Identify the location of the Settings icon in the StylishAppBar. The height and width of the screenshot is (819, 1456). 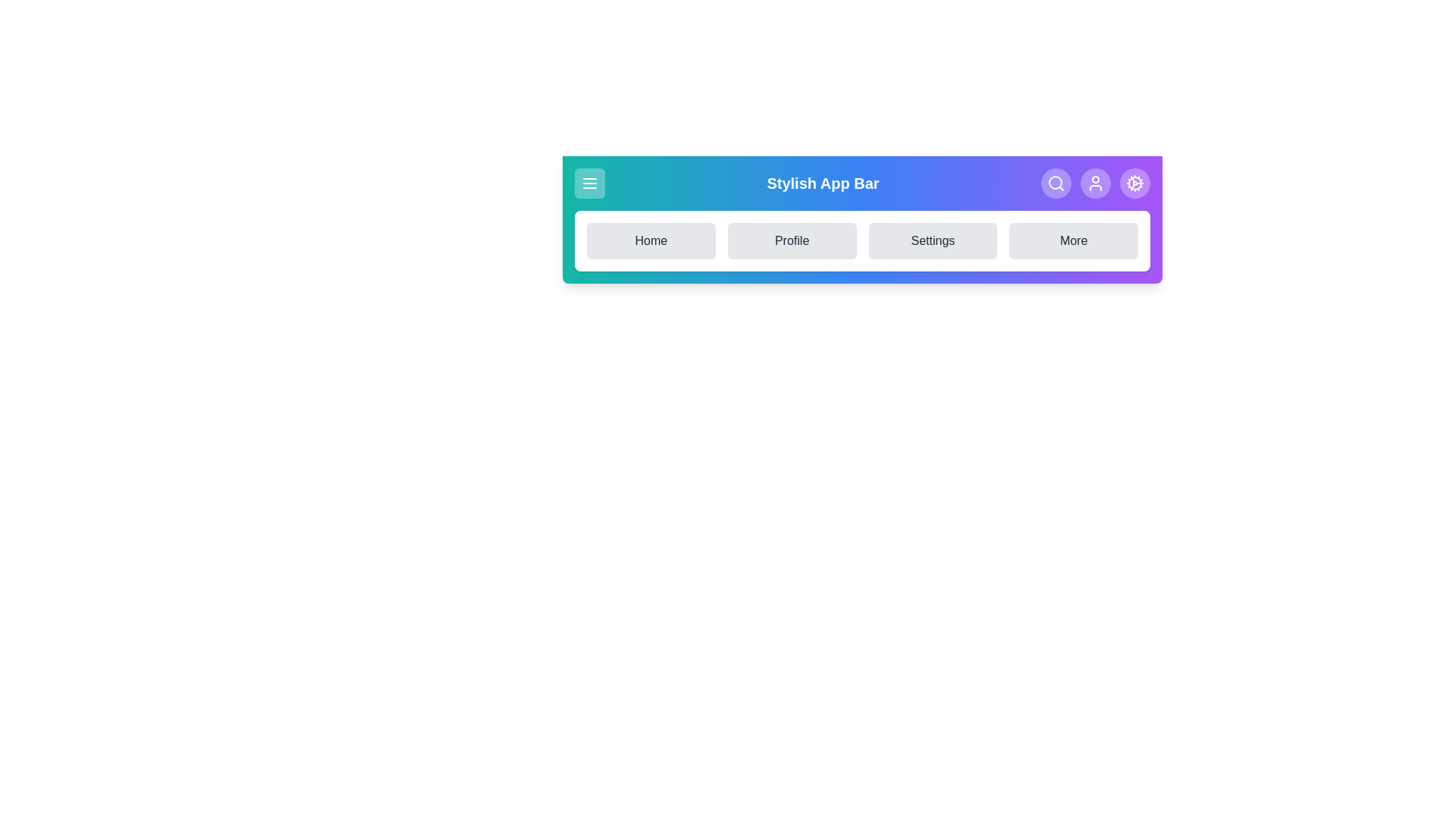
(1135, 183).